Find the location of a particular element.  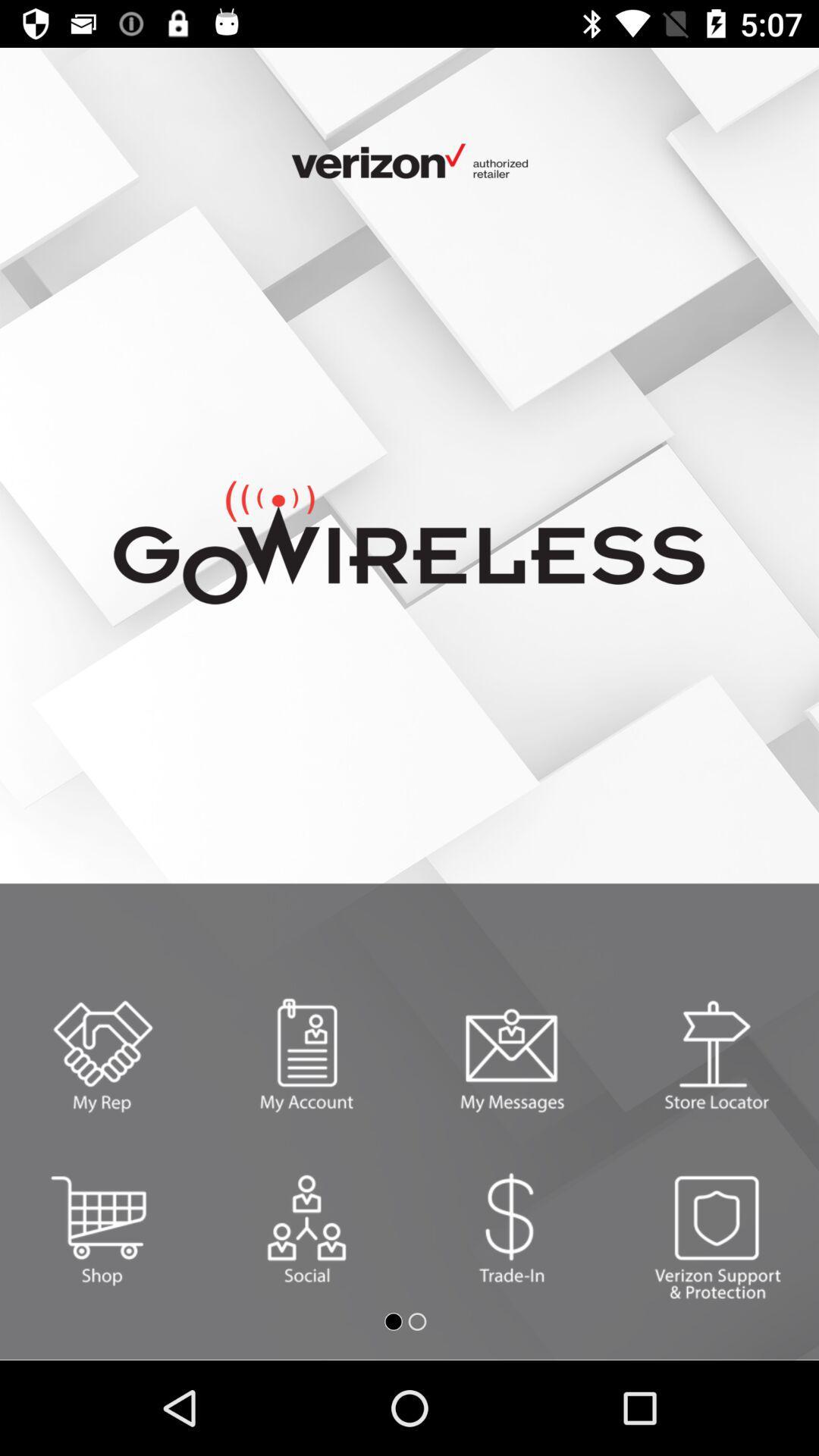

find stores is located at coordinates (717, 1055).